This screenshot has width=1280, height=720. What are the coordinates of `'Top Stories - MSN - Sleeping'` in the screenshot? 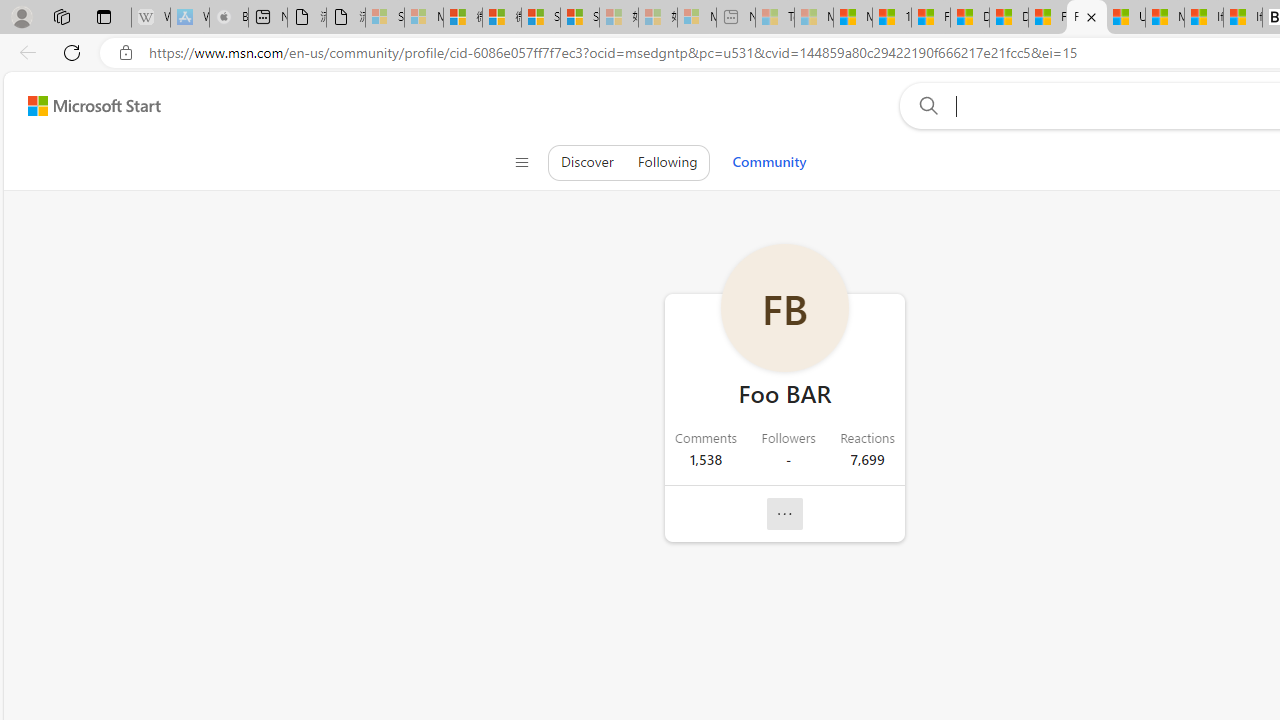 It's located at (774, 17).